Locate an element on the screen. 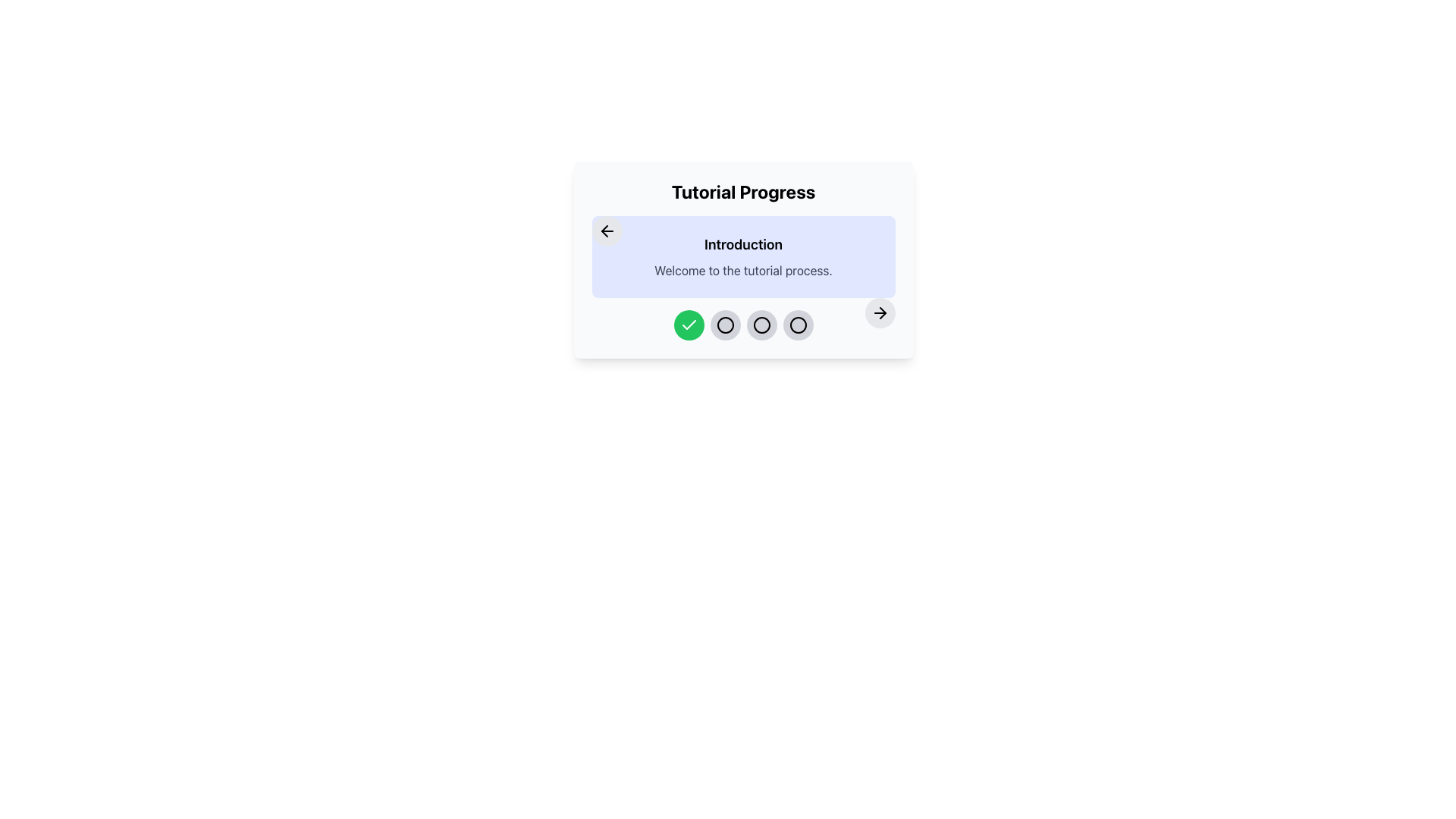 The image size is (1456, 819). the first circular bright green button with a white checkmark icon located in the lower central part of the interface is located at coordinates (688, 324).